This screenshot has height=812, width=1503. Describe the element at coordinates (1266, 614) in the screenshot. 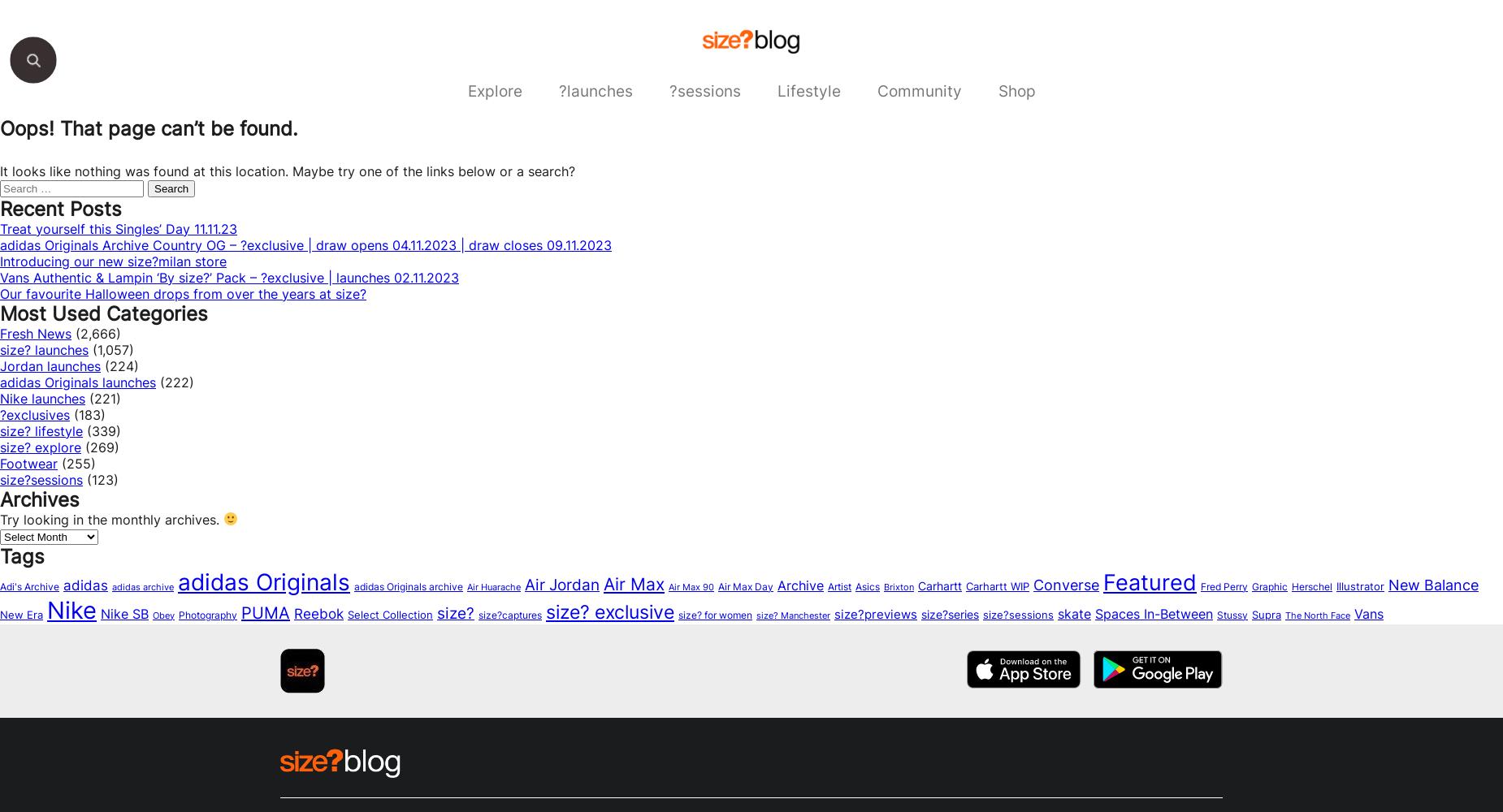

I see `'Supra'` at that location.